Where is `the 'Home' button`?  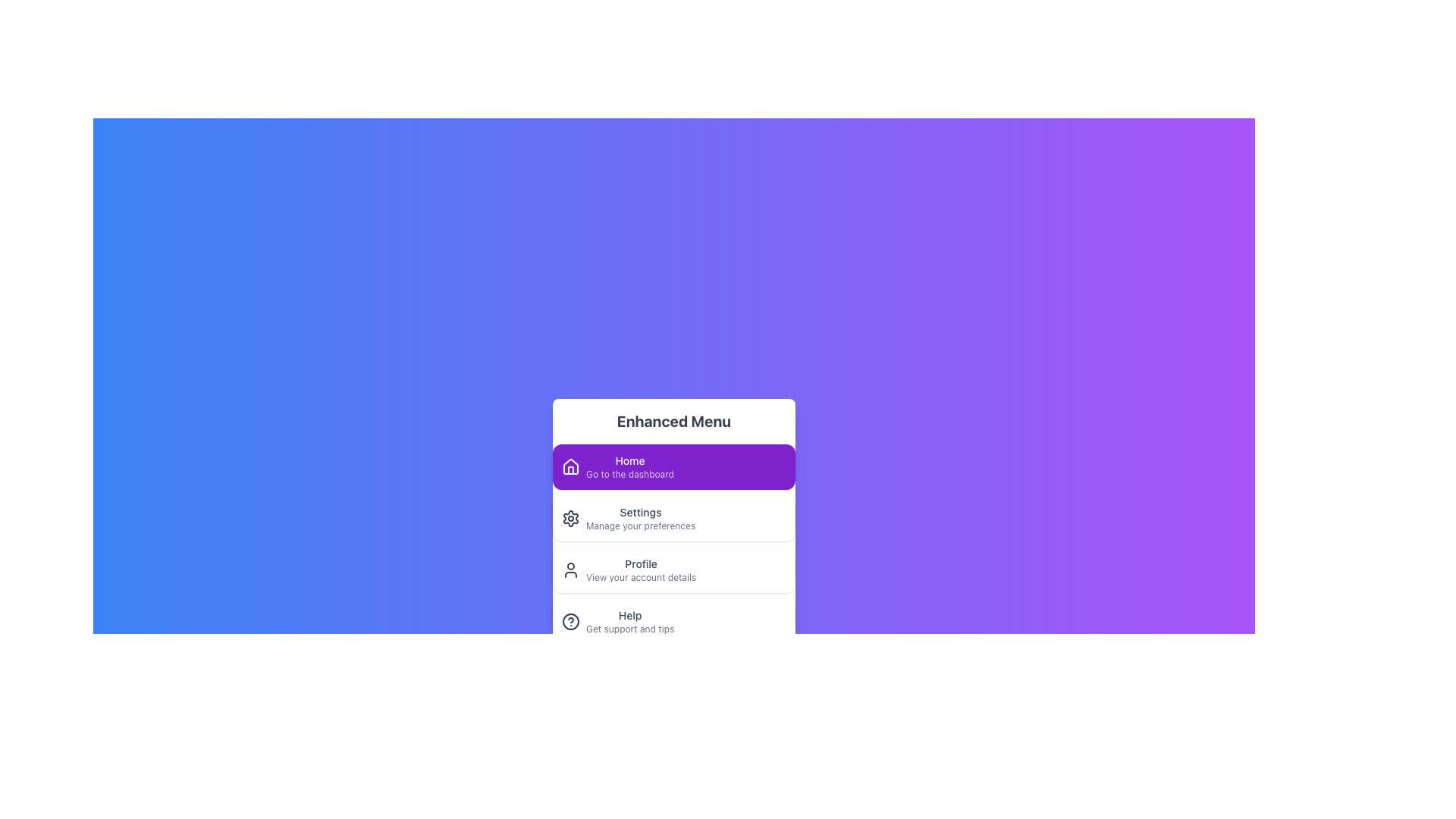 the 'Home' button is located at coordinates (673, 466).